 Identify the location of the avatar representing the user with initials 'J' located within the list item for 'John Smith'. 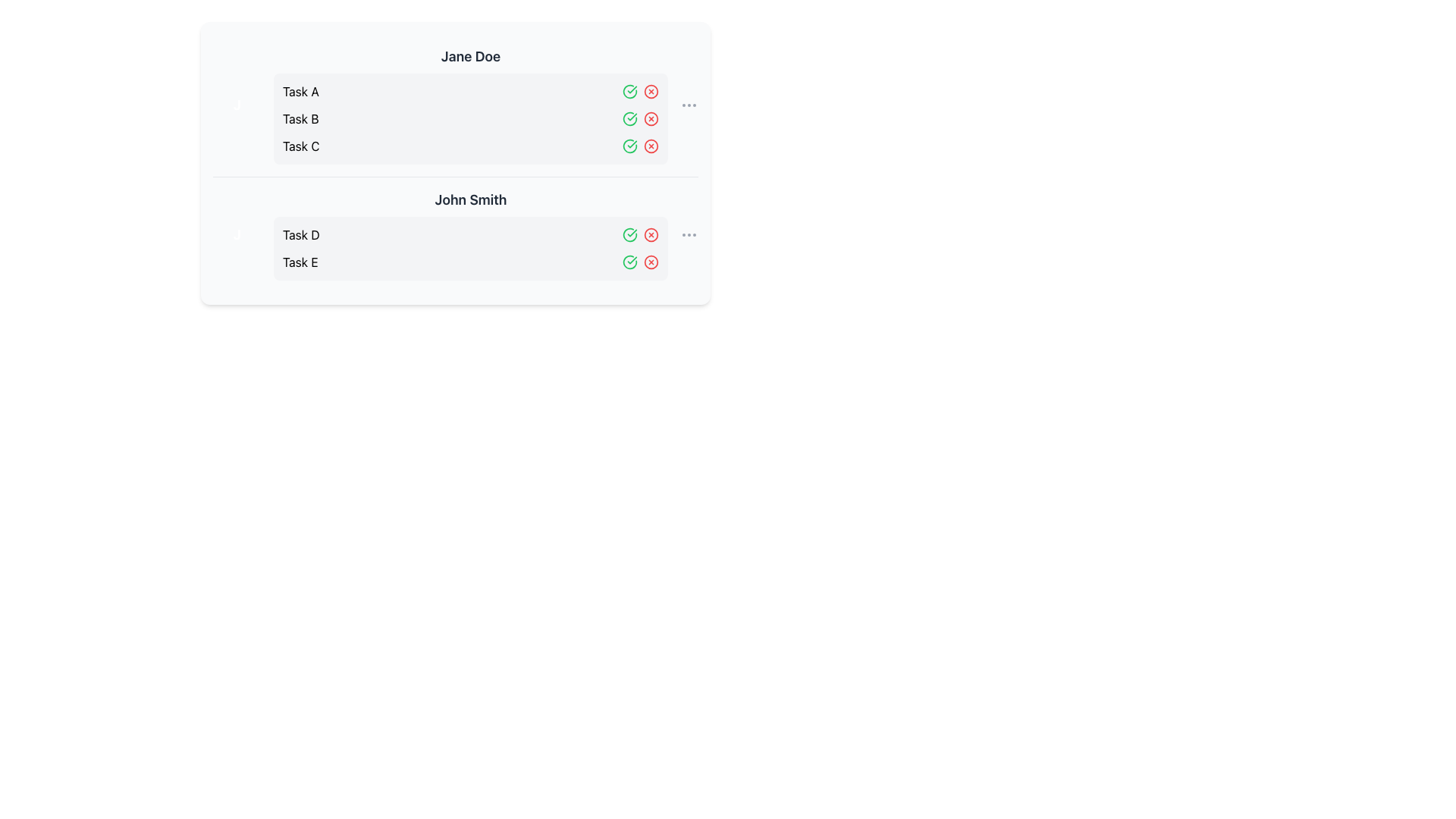
(236, 234).